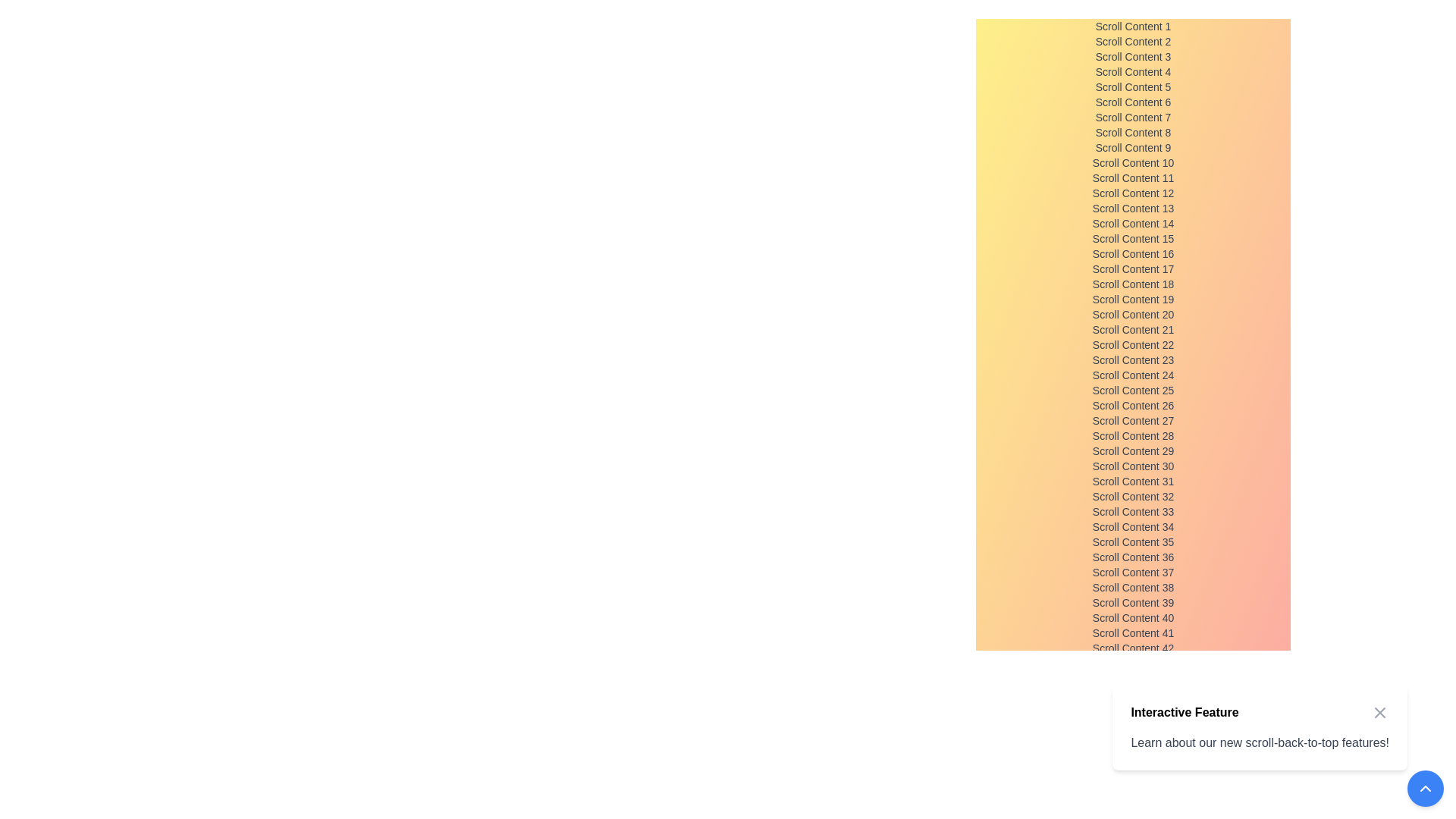 The width and height of the screenshot is (1456, 819). I want to click on the Text Label displaying 'Scroll Content 10' which is a small gray font positioned centrally in a vertical list of text labels, so click(1133, 163).